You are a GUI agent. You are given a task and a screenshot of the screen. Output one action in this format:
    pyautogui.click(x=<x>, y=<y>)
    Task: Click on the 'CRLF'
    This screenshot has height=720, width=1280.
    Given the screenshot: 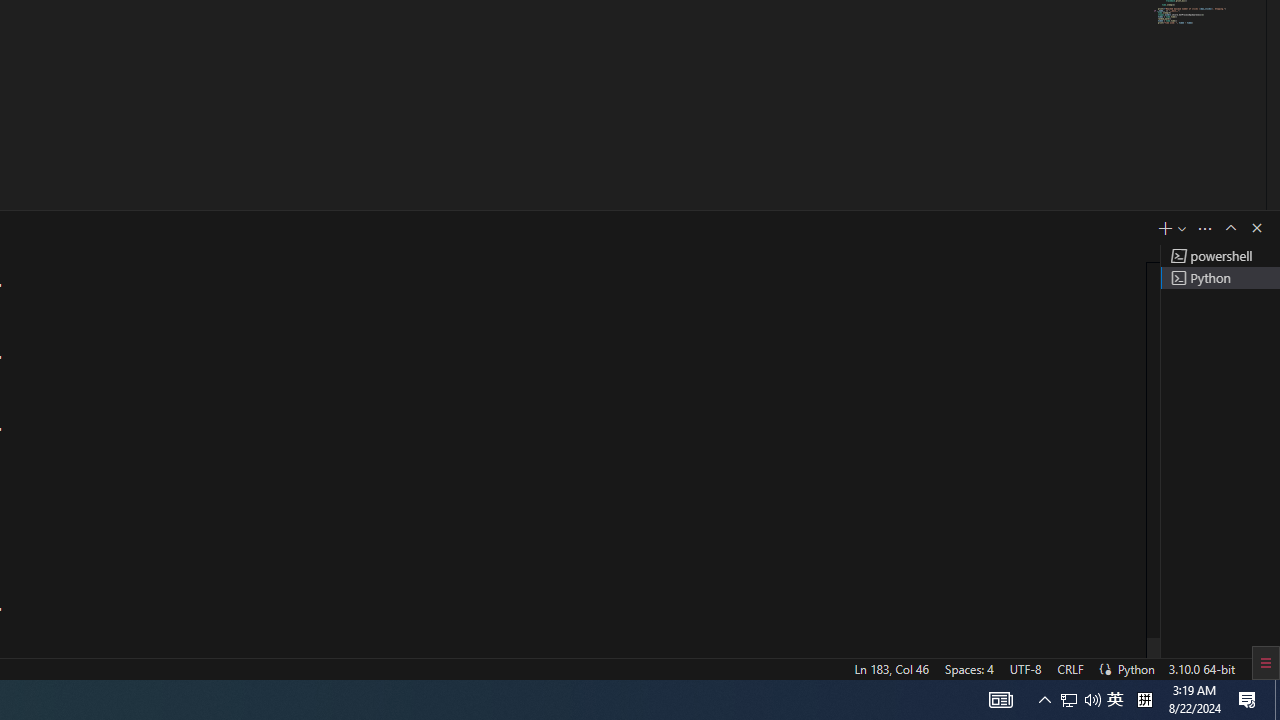 What is the action you would take?
    pyautogui.click(x=1069, y=668)
    